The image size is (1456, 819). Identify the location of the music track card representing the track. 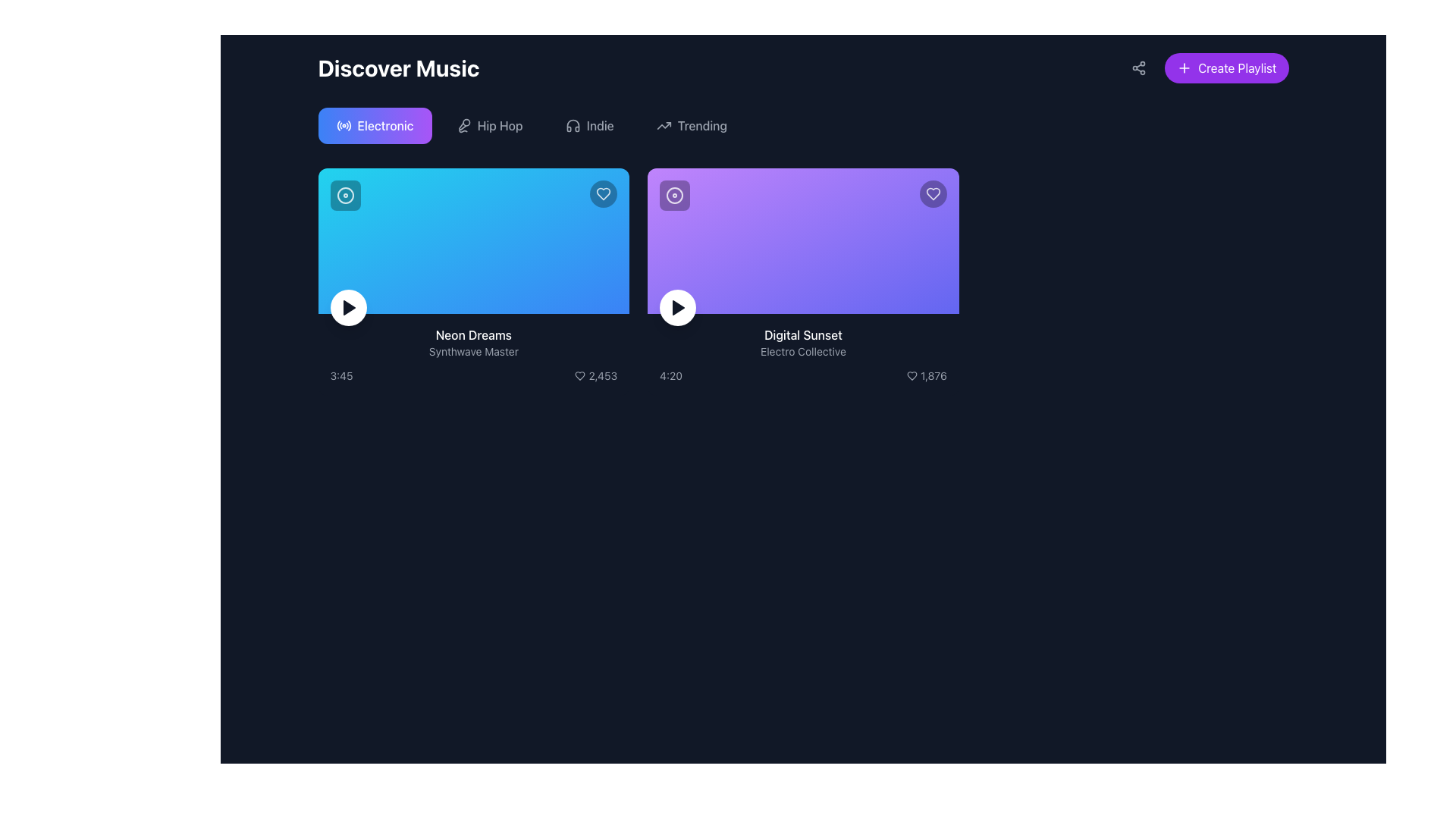
(802, 281).